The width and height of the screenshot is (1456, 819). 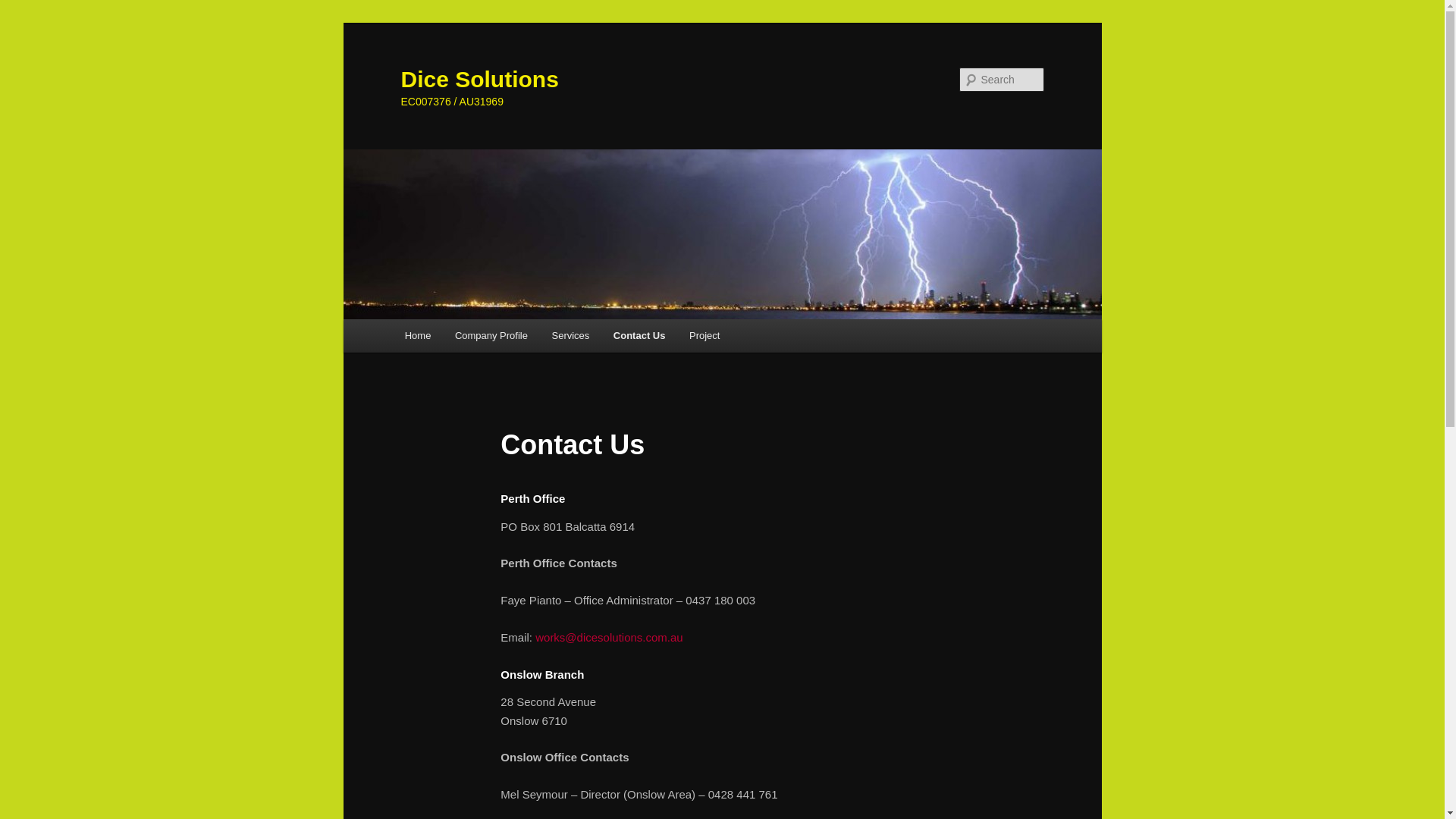 I want to click on 'Skip to primary content', so click(x=22, y=23).